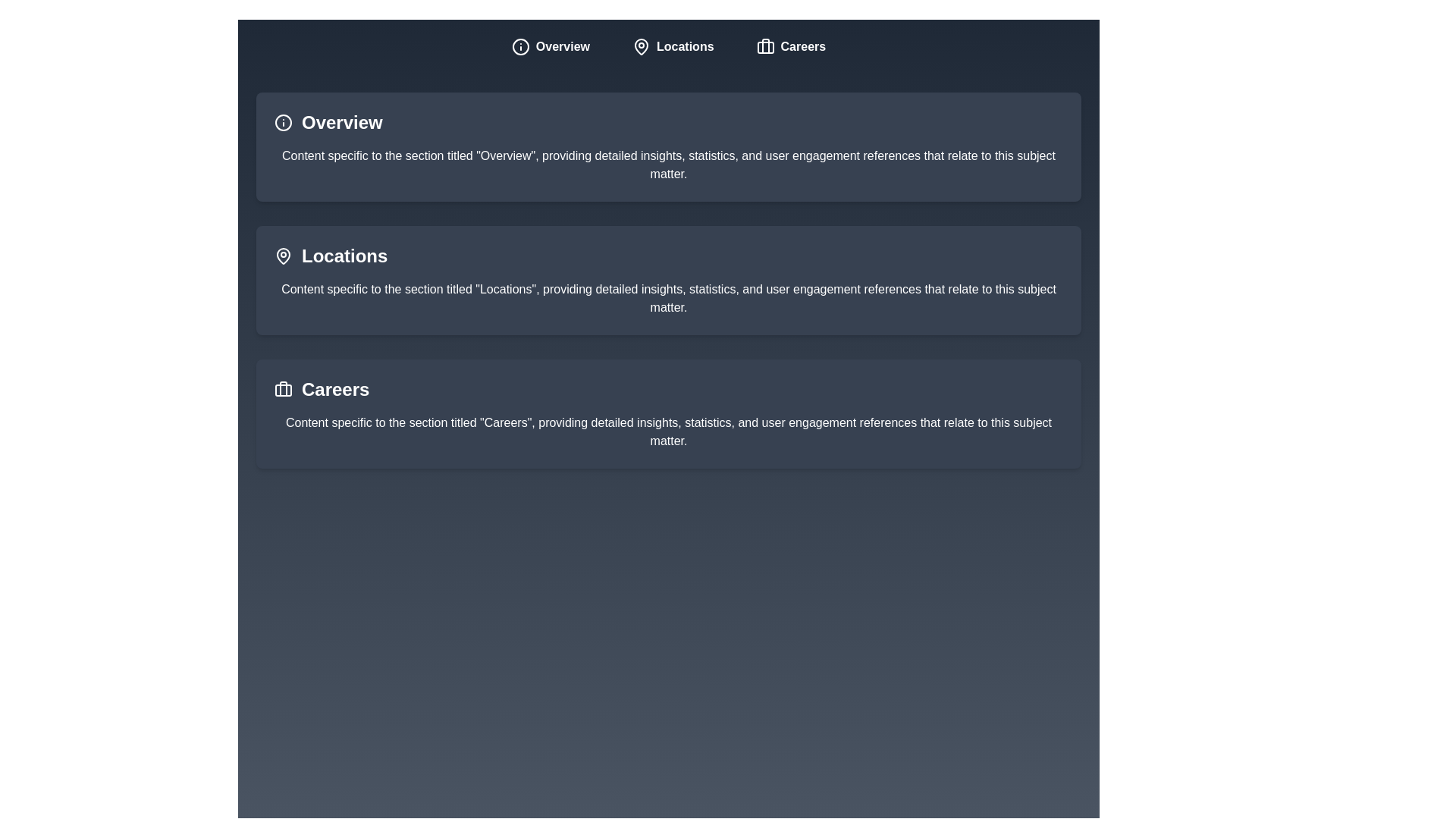 This screenshot has height=819, width=1456. Describe the element at coordinates (344, 256) in the screenshot. I see `the 'Locations' header text label` at that location.